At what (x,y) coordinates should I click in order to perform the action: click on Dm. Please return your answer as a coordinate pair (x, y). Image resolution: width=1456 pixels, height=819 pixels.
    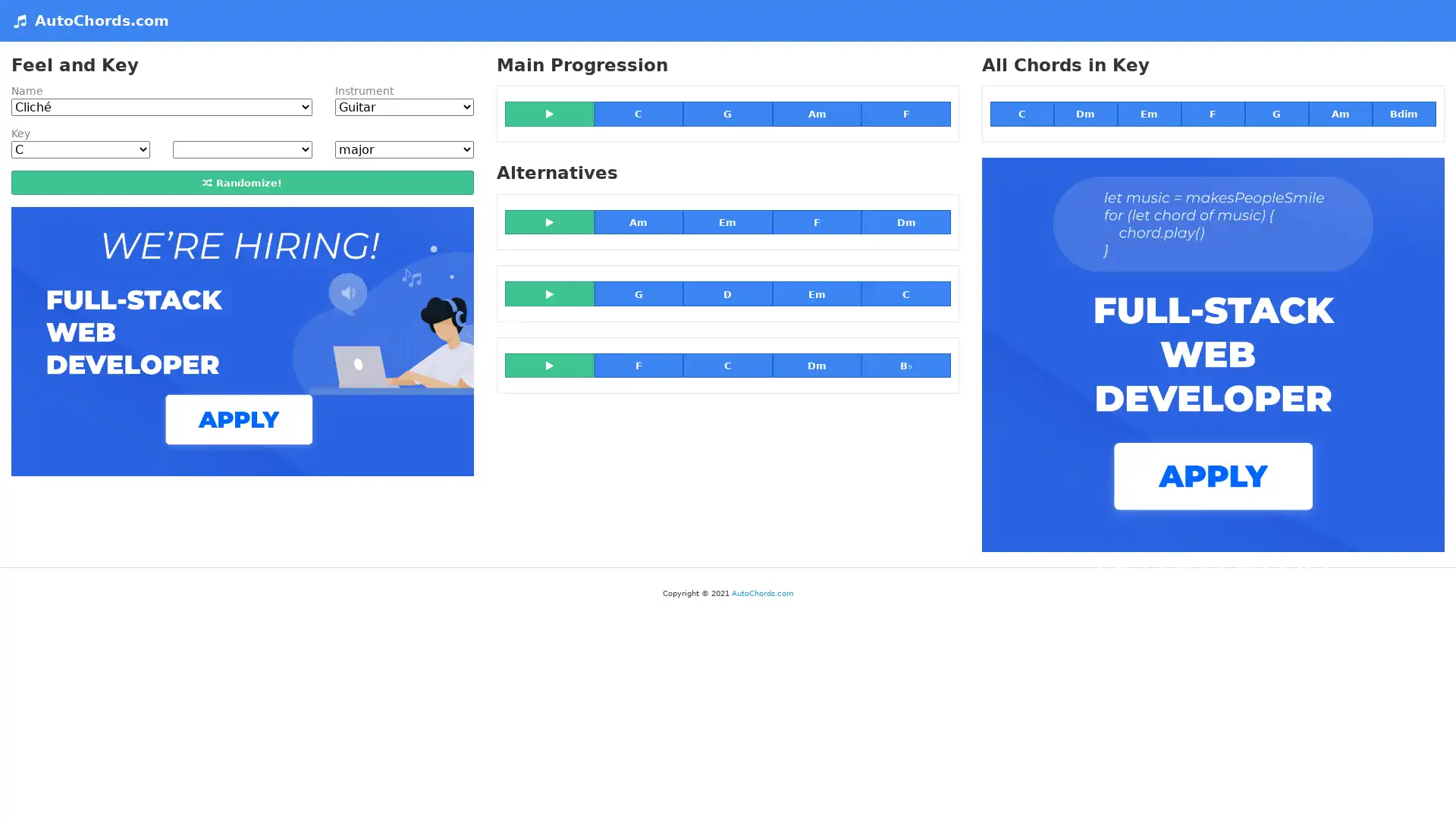
    Looking at the image, I should click on (815, 365).